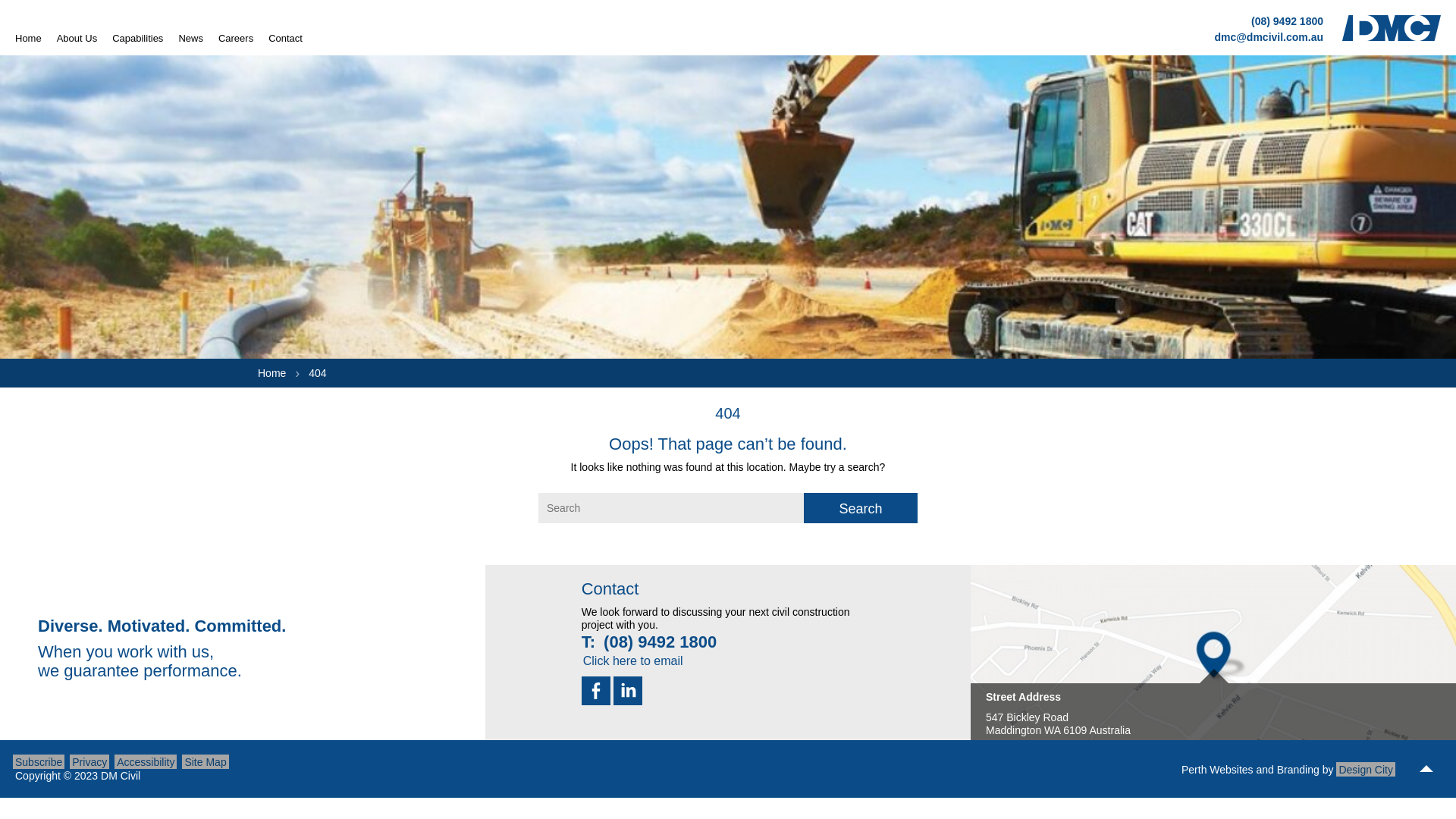 Image resolution: width=1456 pixels, height=819 pixels. What do you see at coordinates (89, 761) in the screenshot?
I see `'Privacy'` at bounding box center [89, 761].